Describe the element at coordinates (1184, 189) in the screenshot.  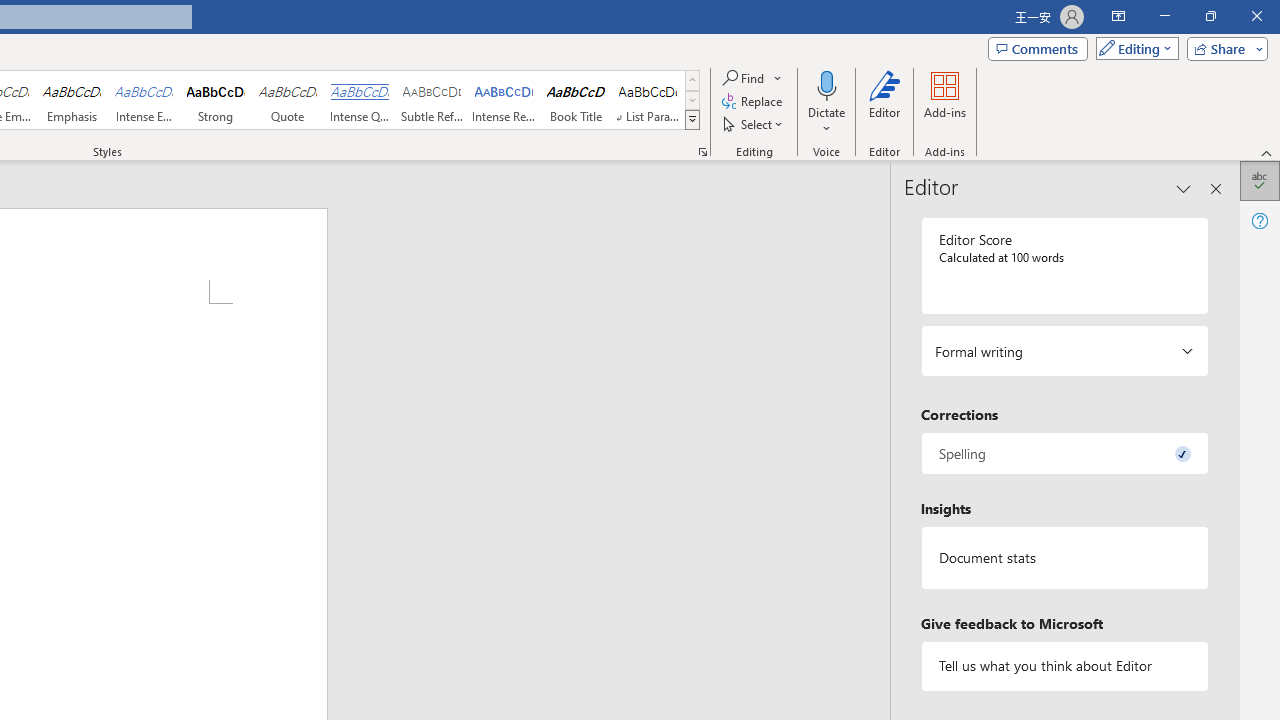
I see `'Task Pane Options'` at that location.